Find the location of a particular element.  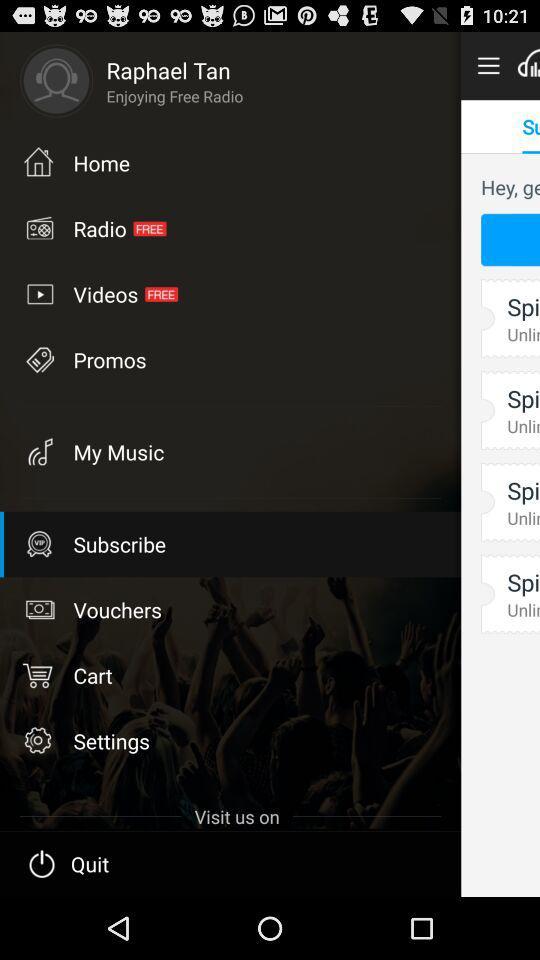

the icon next to promos is located at coordinates (38, 451).